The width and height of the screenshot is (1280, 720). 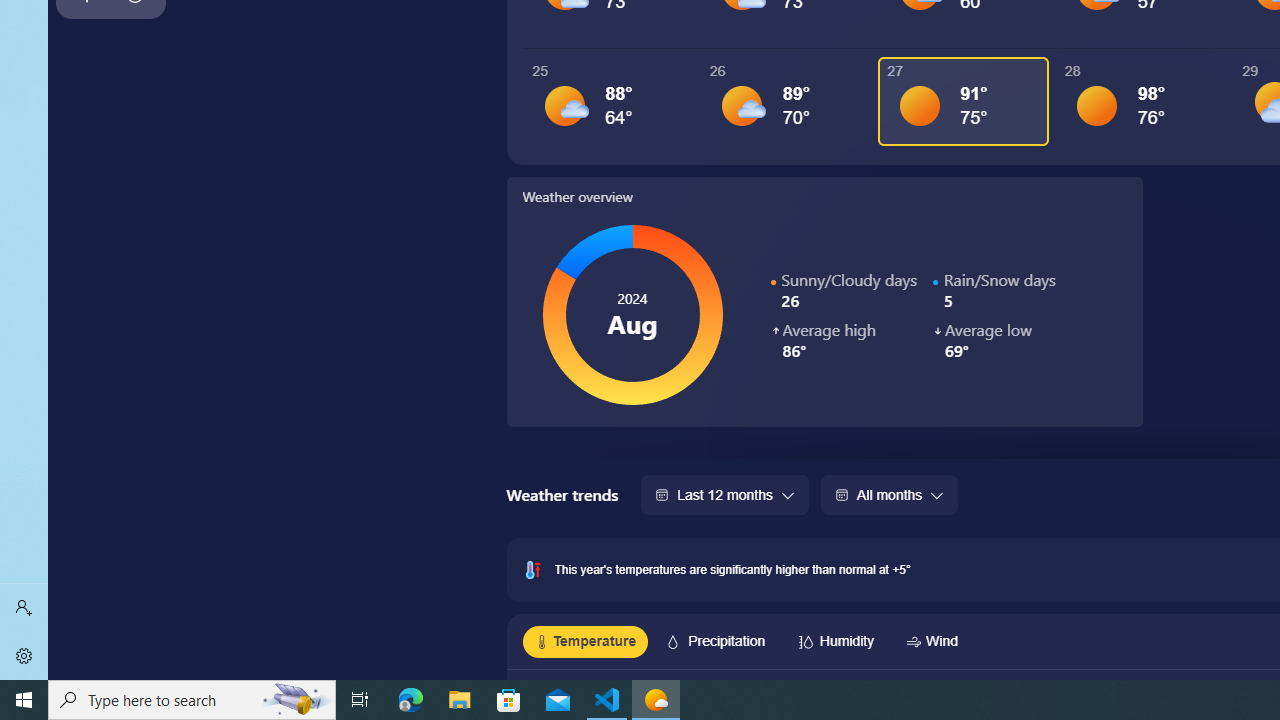 I want to click on 'Microsoft Store', so click(x=509, y=698).